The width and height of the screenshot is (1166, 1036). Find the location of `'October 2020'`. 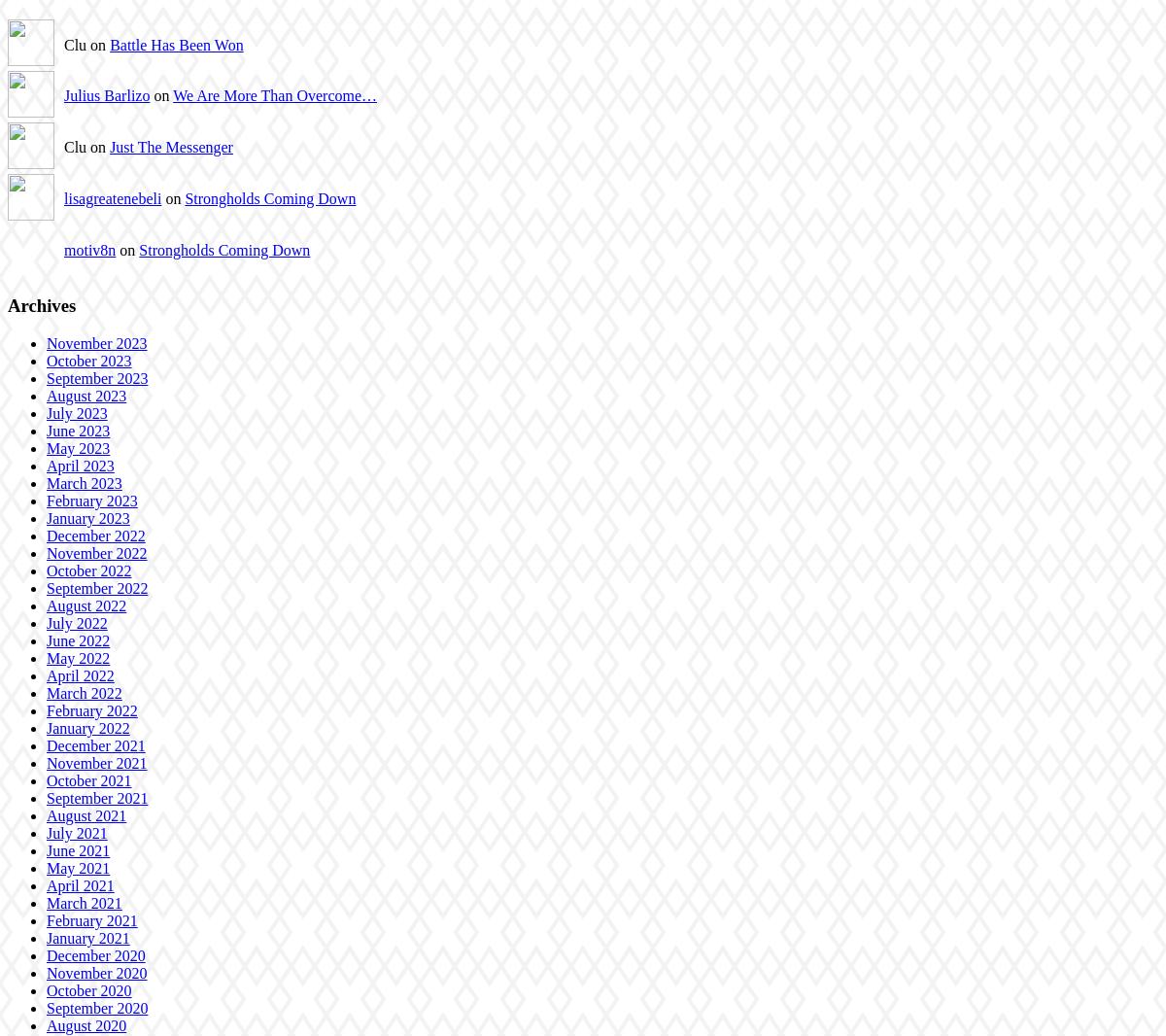

'October 2020' is located at coordinates (47, 989).